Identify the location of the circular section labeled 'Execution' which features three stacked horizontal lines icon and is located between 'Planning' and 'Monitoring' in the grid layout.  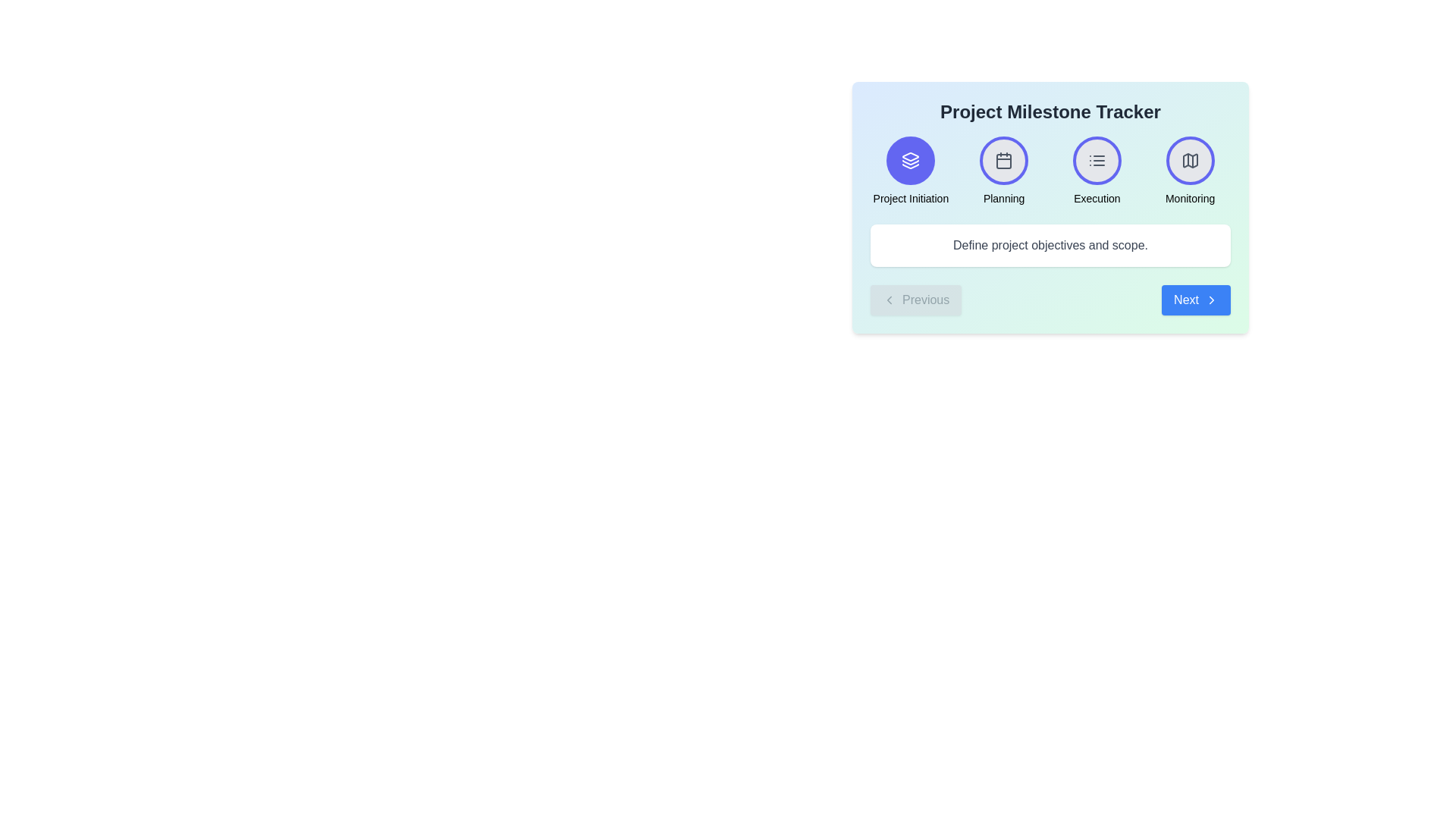
(1097, 171).